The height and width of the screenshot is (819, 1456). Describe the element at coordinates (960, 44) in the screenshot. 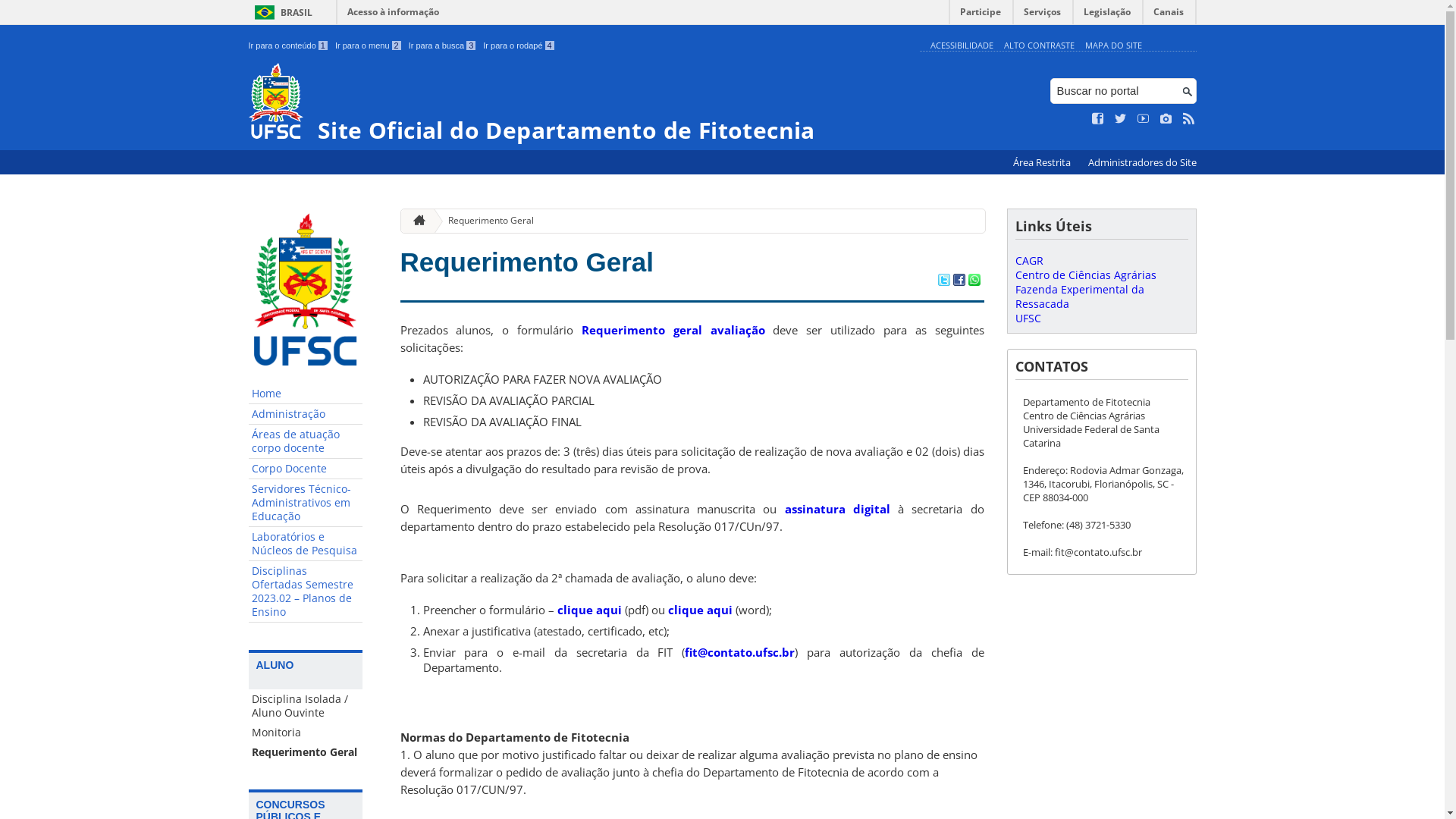

I see `'ACESSIBILIDADE'` at that location.